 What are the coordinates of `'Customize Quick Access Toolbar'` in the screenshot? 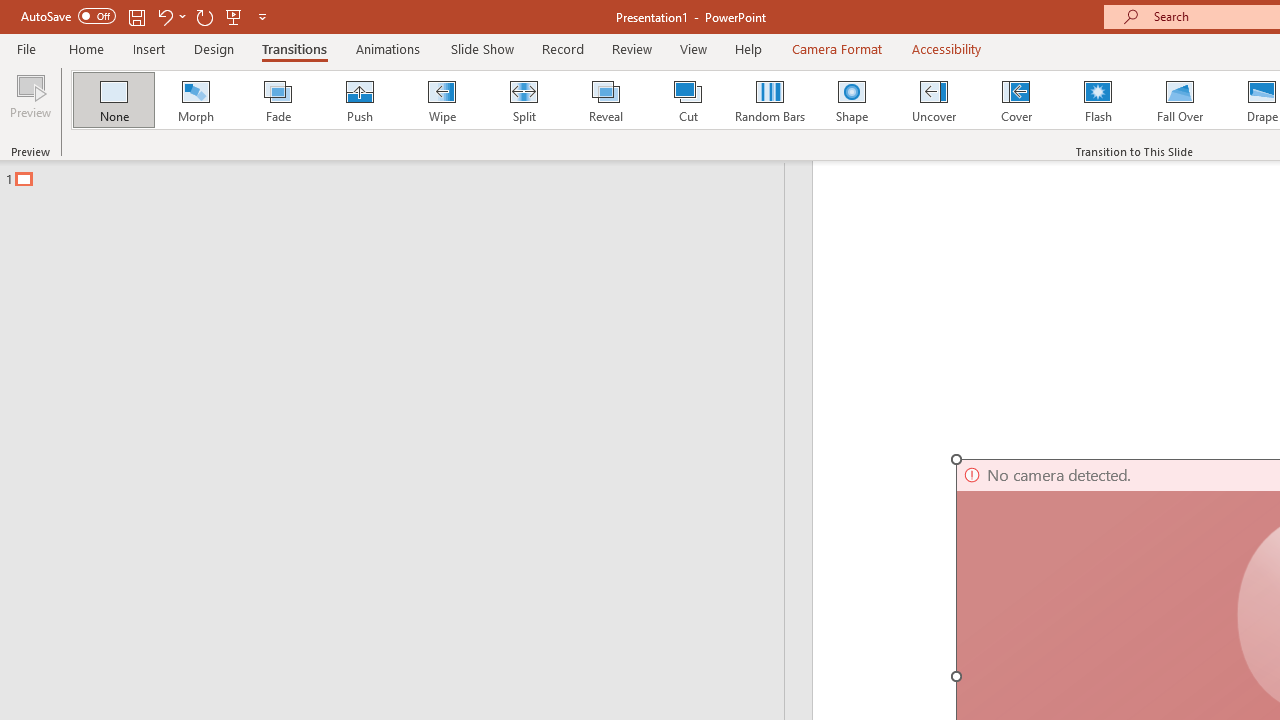 It's located at (262, 16).